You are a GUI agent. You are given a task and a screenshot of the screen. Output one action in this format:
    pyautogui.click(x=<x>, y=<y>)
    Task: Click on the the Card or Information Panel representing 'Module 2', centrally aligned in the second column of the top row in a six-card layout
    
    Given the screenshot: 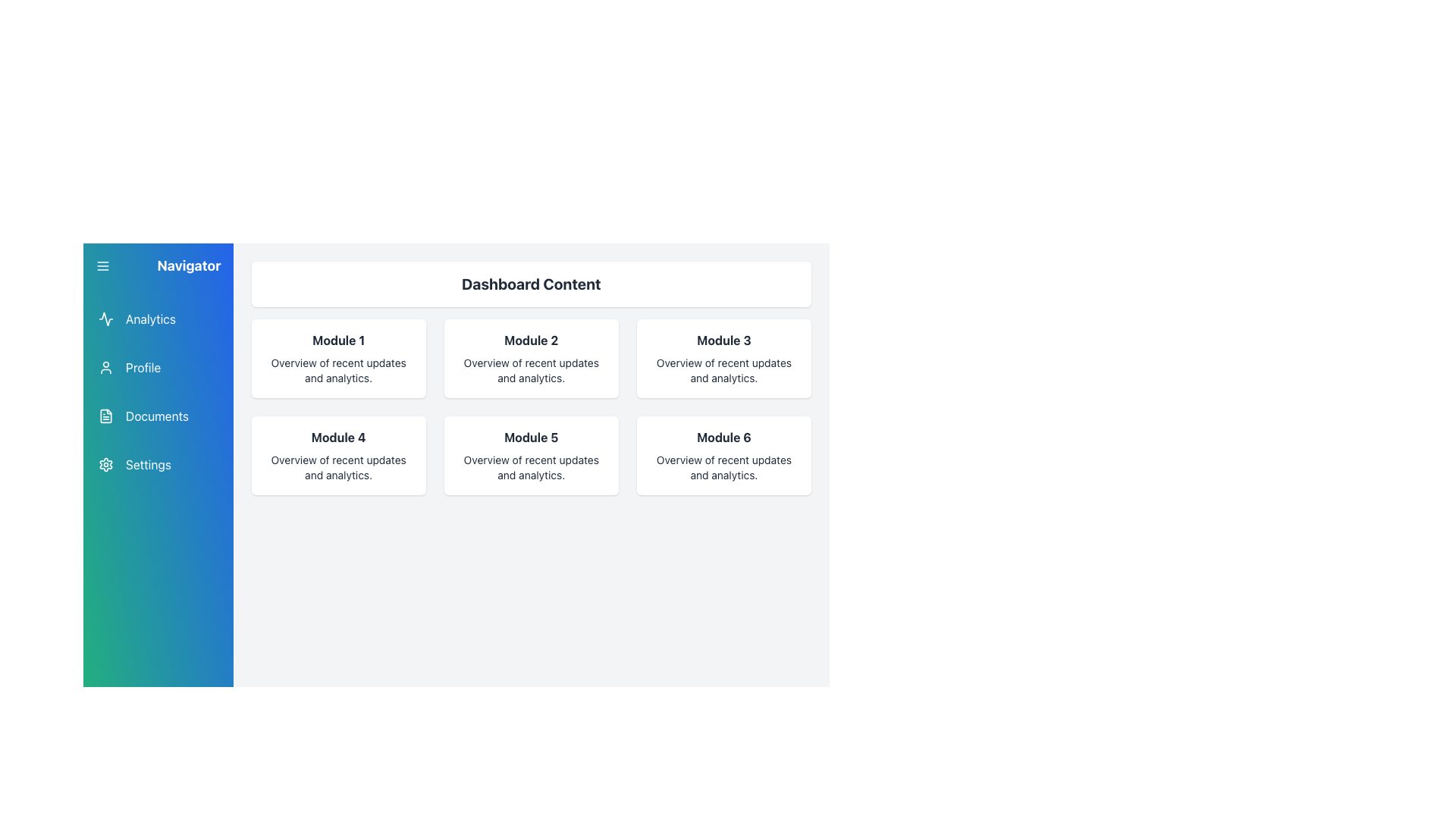 What is the action you would take?
    pyautogui.click(x=531, y=359)
    